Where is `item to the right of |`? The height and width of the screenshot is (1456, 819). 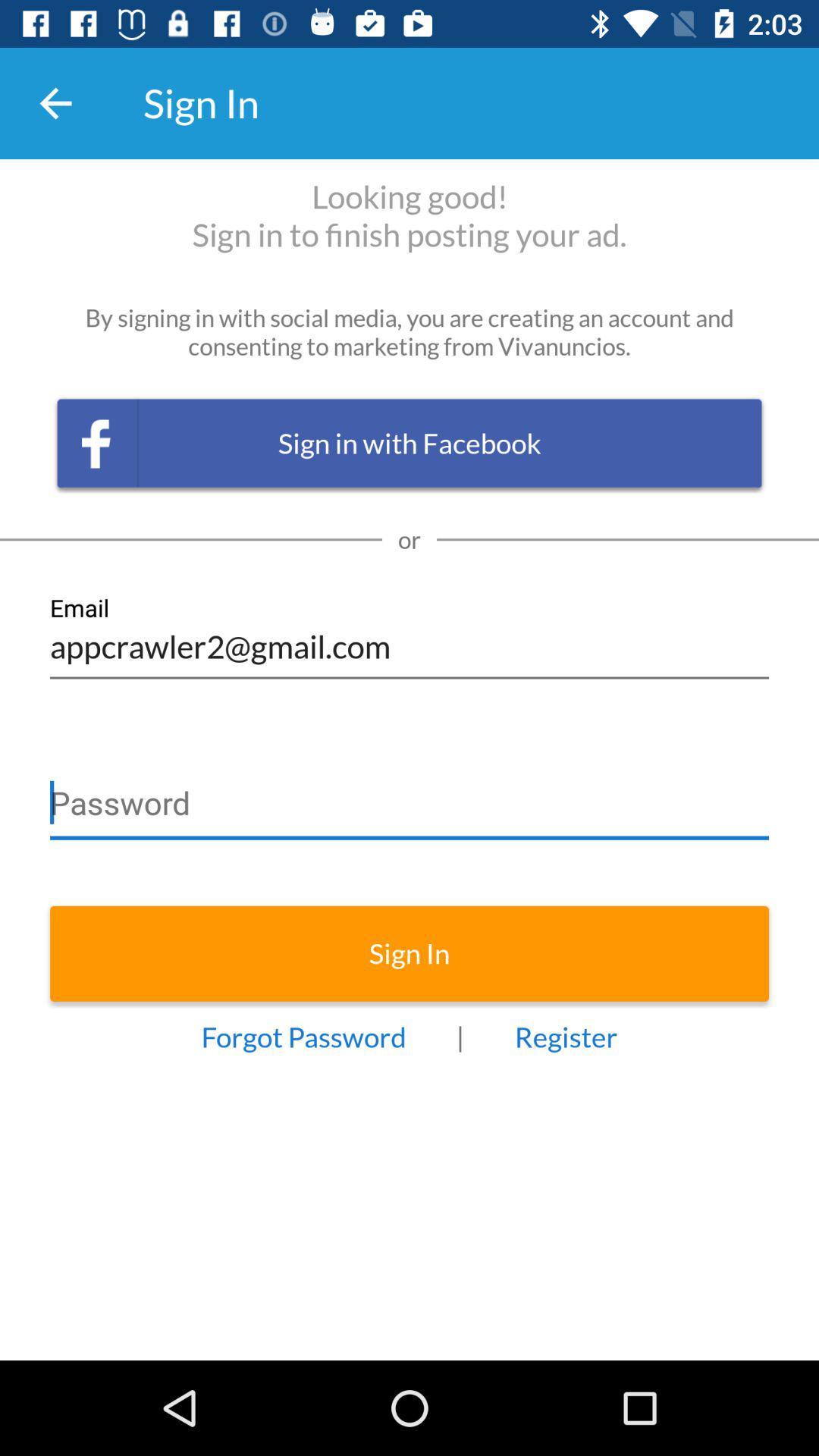
item to the right of | is located at coordinates (566, 1036).